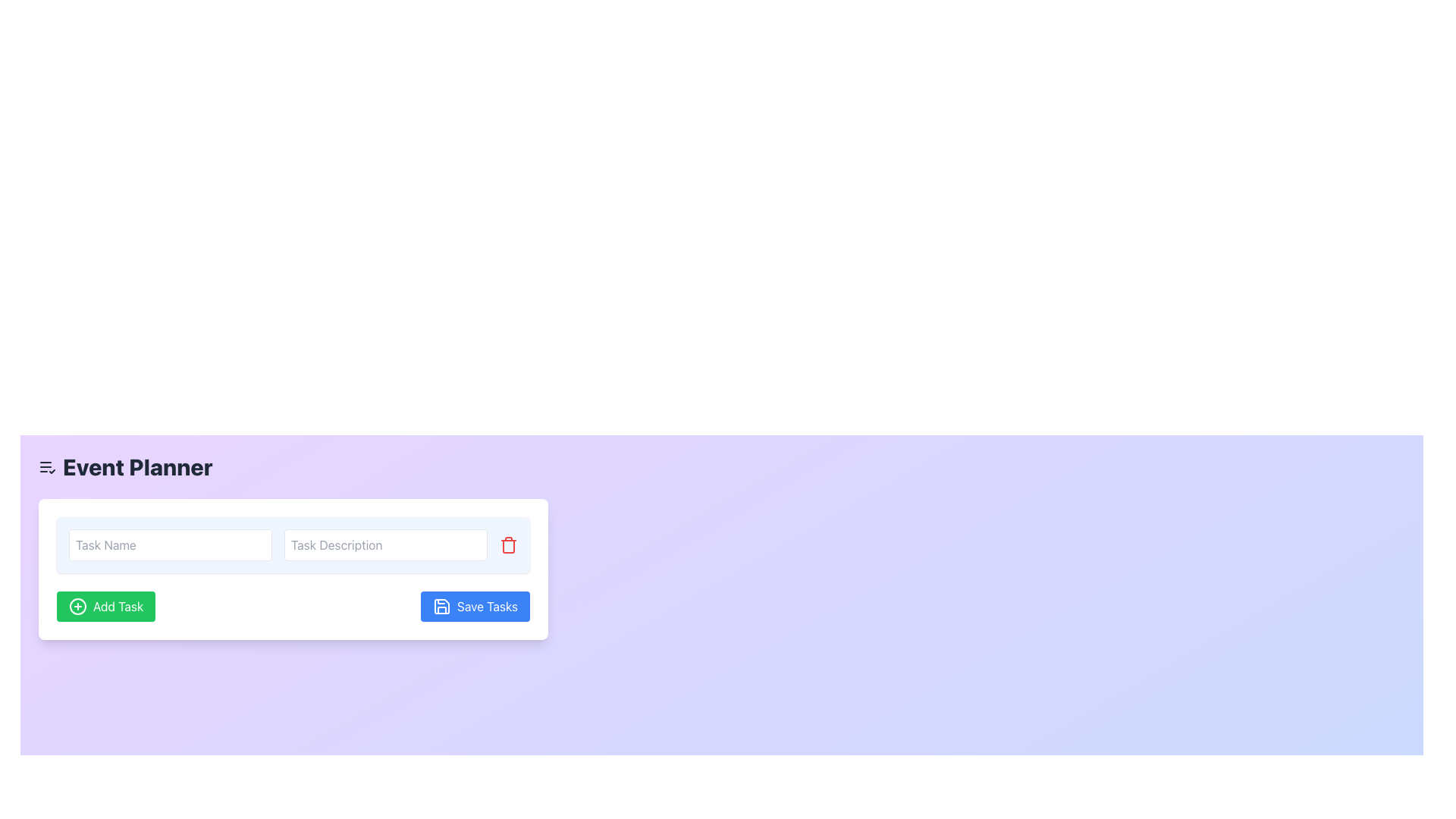  I want to click on the 'Add Task' icon which visually enhances the 'Add Task' button, located towards the left side of the button, so click(77, 605).